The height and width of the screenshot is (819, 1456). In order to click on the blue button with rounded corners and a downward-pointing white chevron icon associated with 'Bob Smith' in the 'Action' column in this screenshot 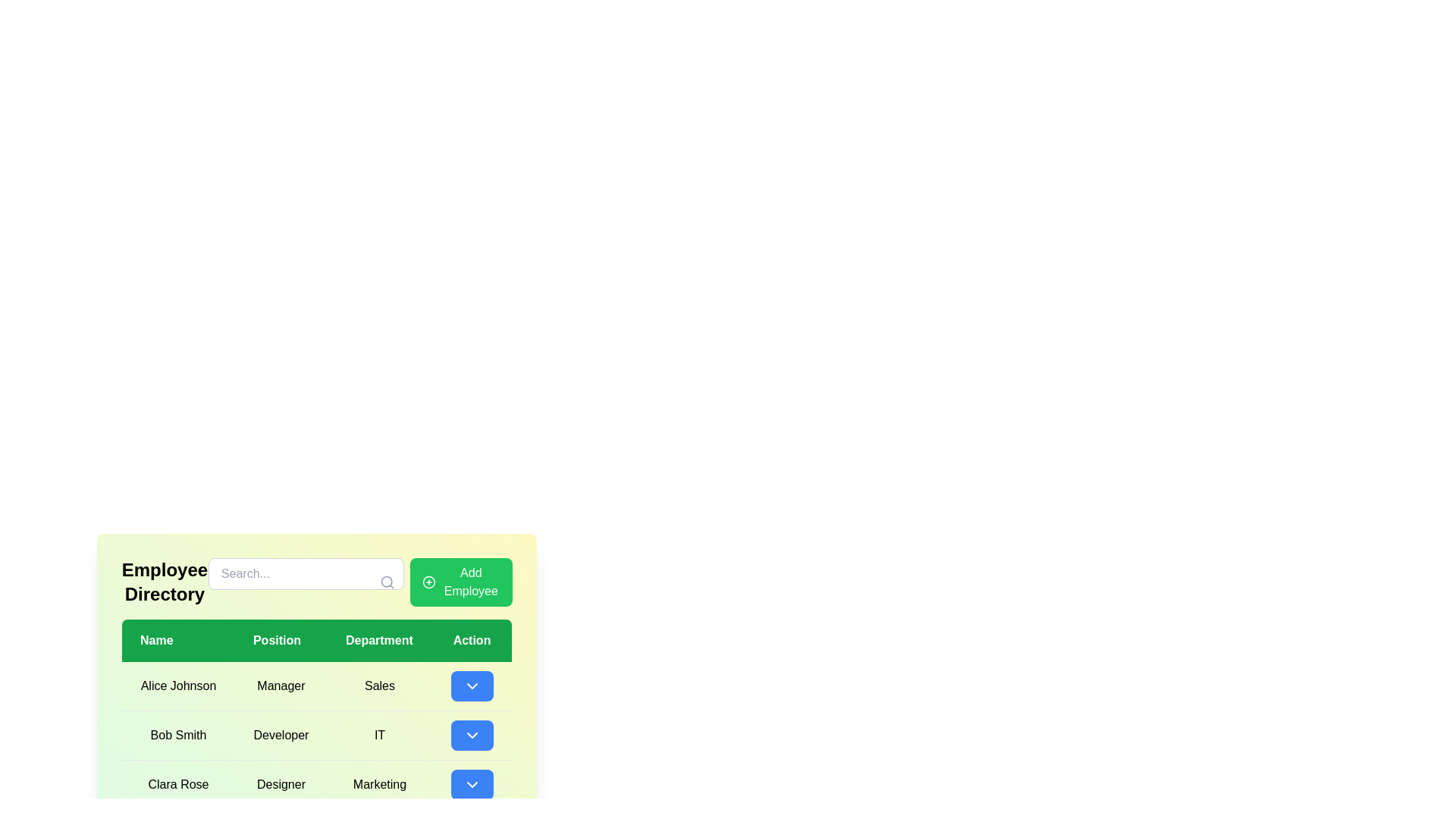, I will do `click(471, 734)`.